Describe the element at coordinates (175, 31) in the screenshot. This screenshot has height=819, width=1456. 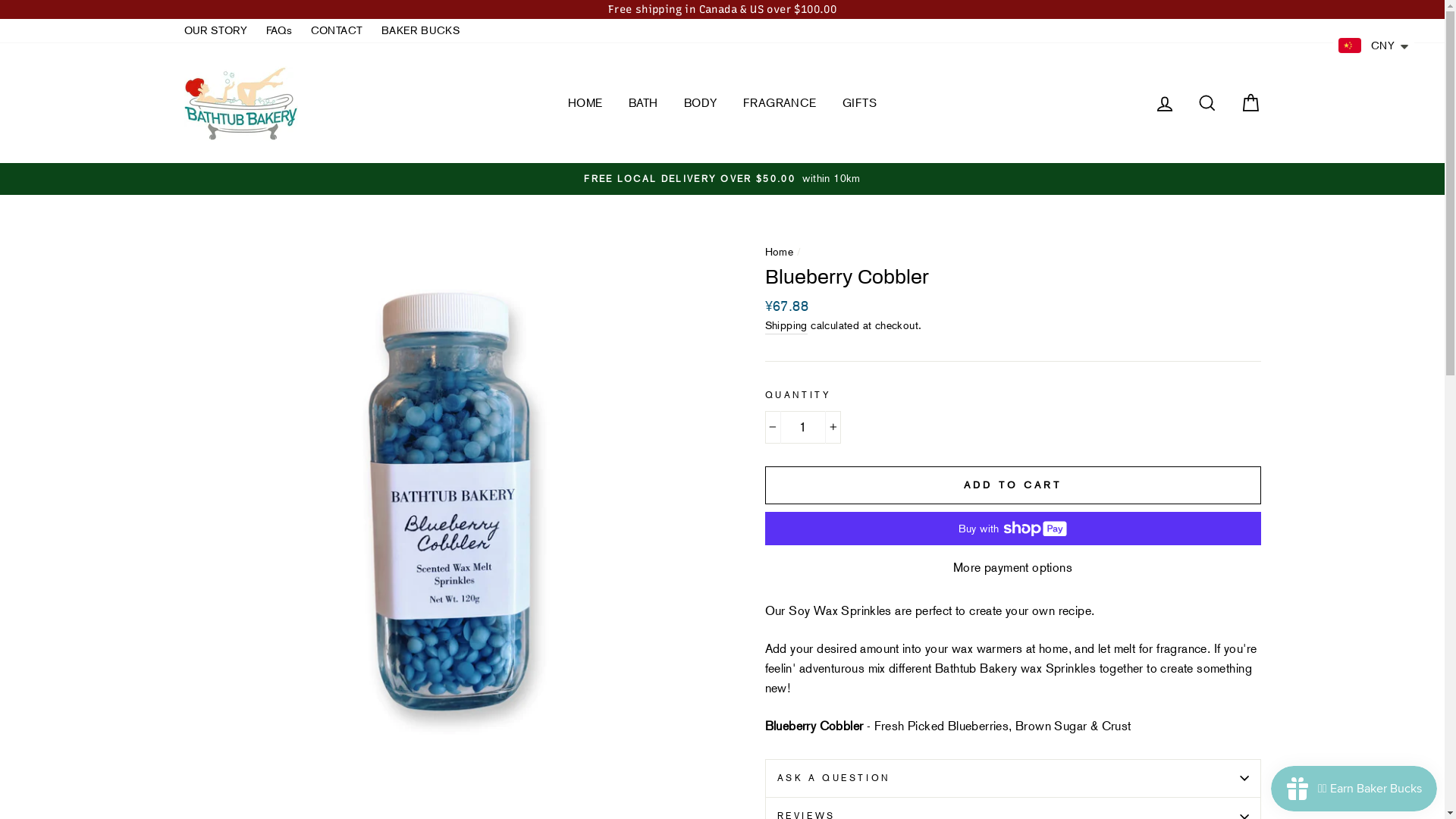
I see `'OUR STORY'` at that location.